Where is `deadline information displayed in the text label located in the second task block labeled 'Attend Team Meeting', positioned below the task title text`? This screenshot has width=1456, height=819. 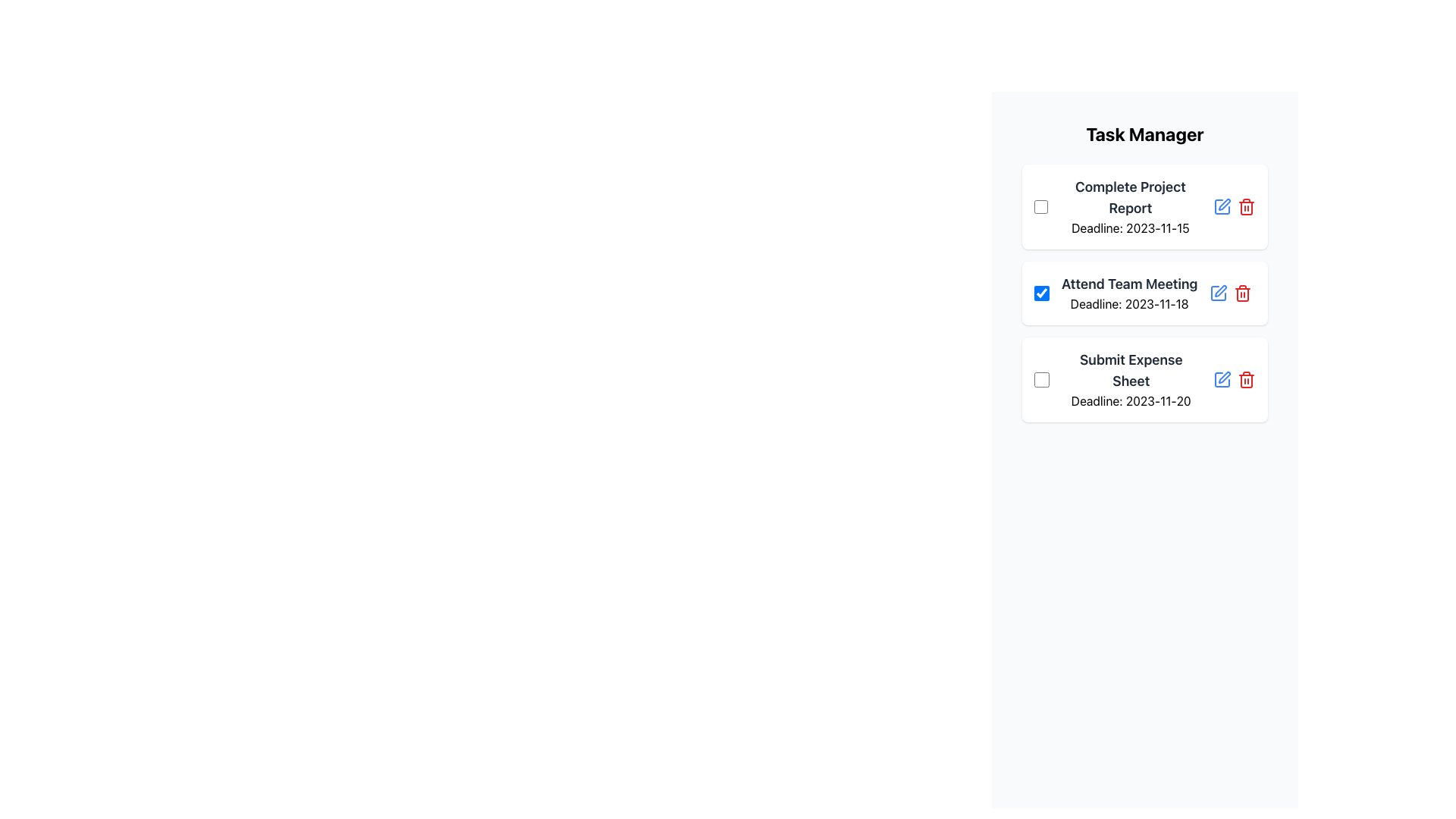 deadline information displayed in the text label located in the second task block labeled 'Attend Team Meeting', positioned below the task title text is located at coordinates (1129, 304).